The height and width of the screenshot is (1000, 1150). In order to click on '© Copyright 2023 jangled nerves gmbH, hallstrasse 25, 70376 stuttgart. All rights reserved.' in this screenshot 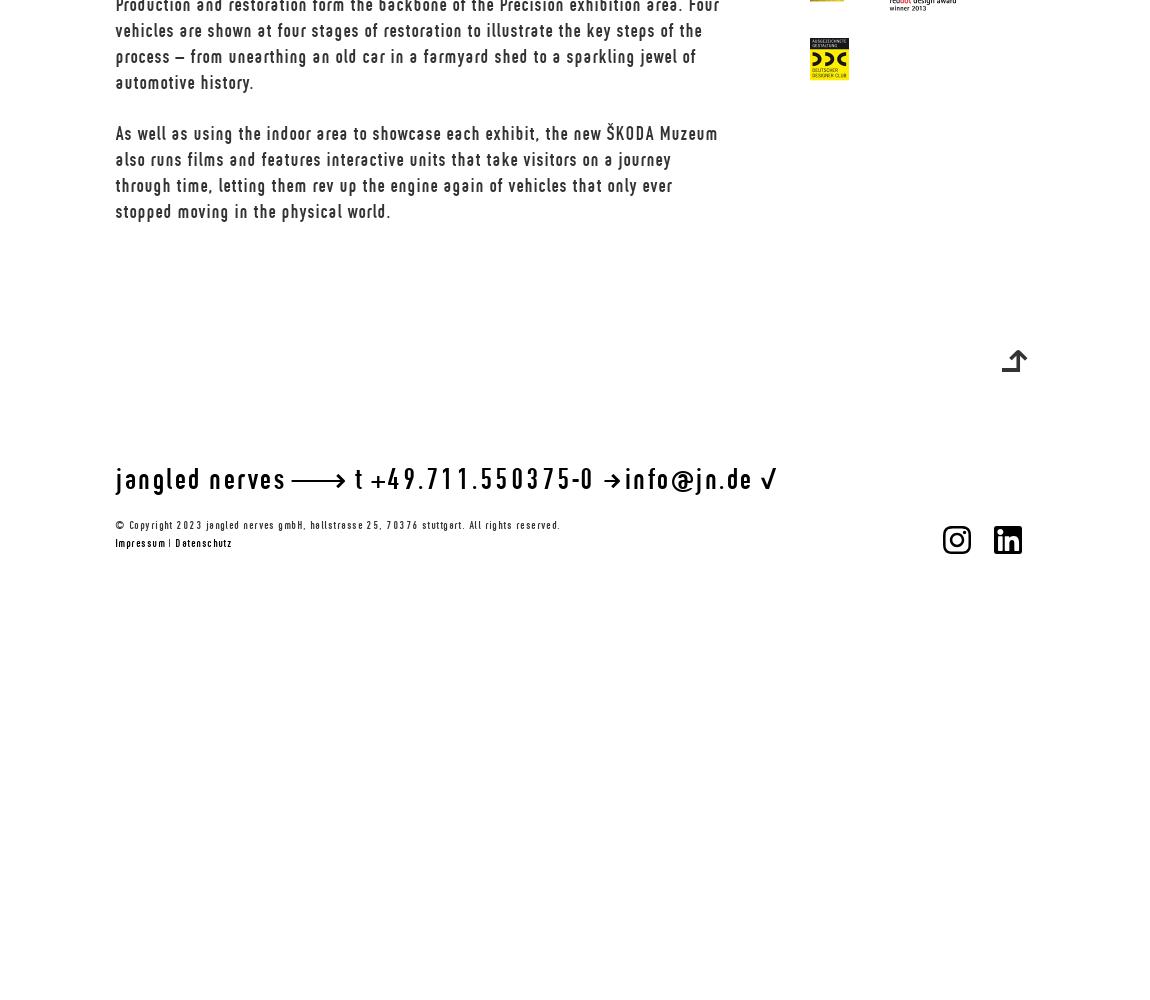, I will do `click(114, 525)`.